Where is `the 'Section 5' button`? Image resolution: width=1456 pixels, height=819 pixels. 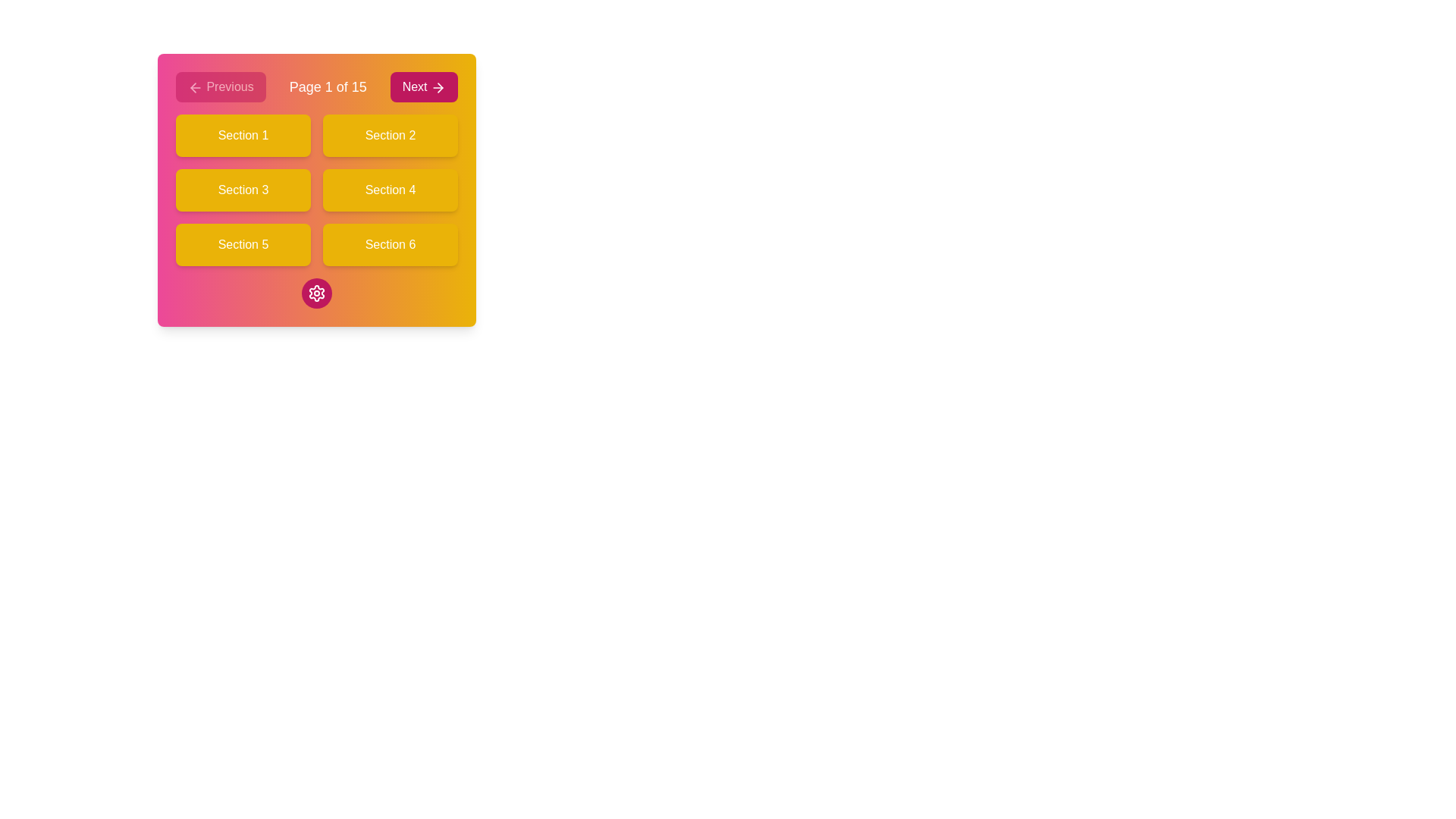
the 'Section 5' button is located at coordinates (243, 244).